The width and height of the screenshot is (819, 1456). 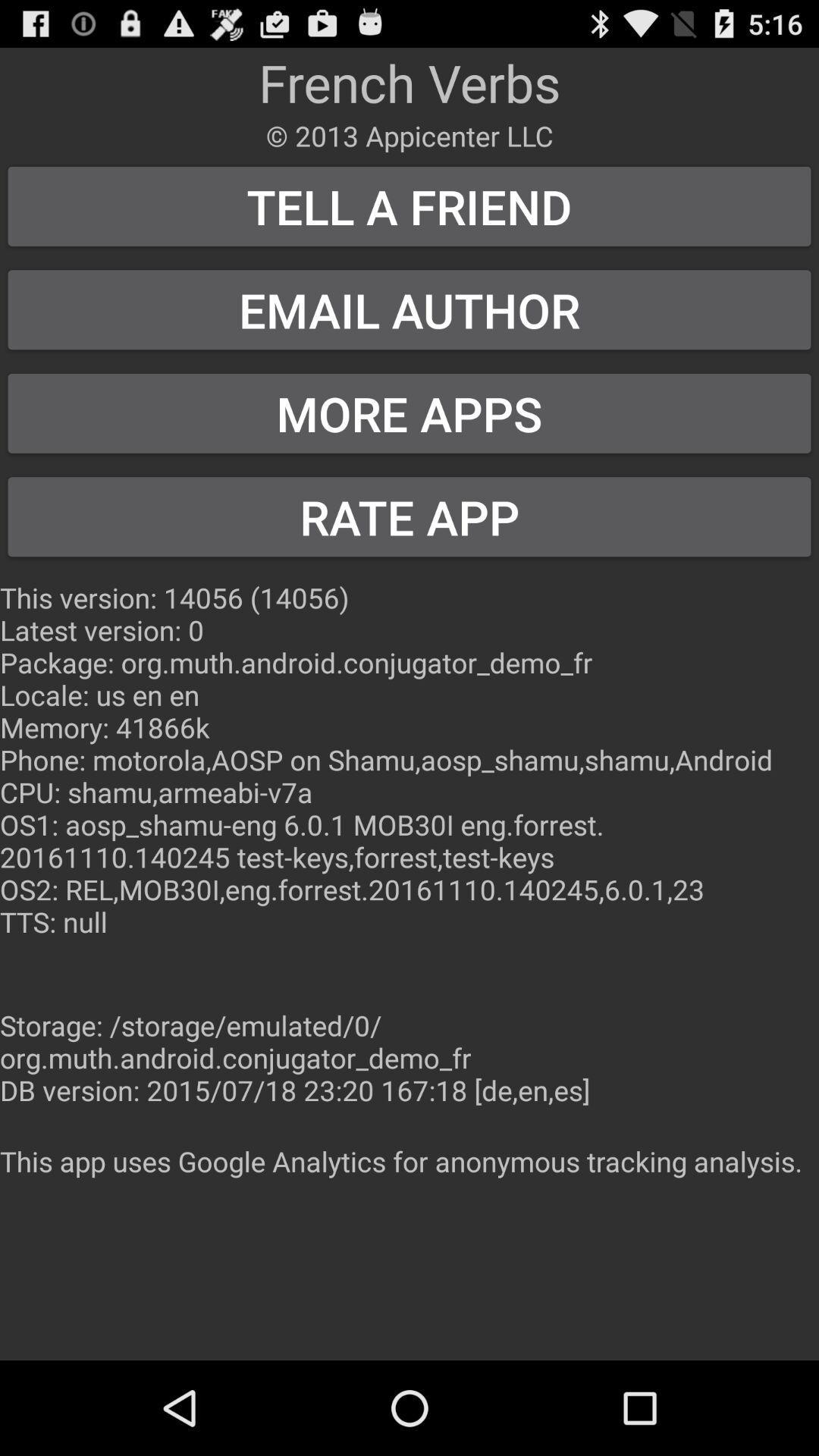 I want to click on rate app, so click(x=409, y=516).